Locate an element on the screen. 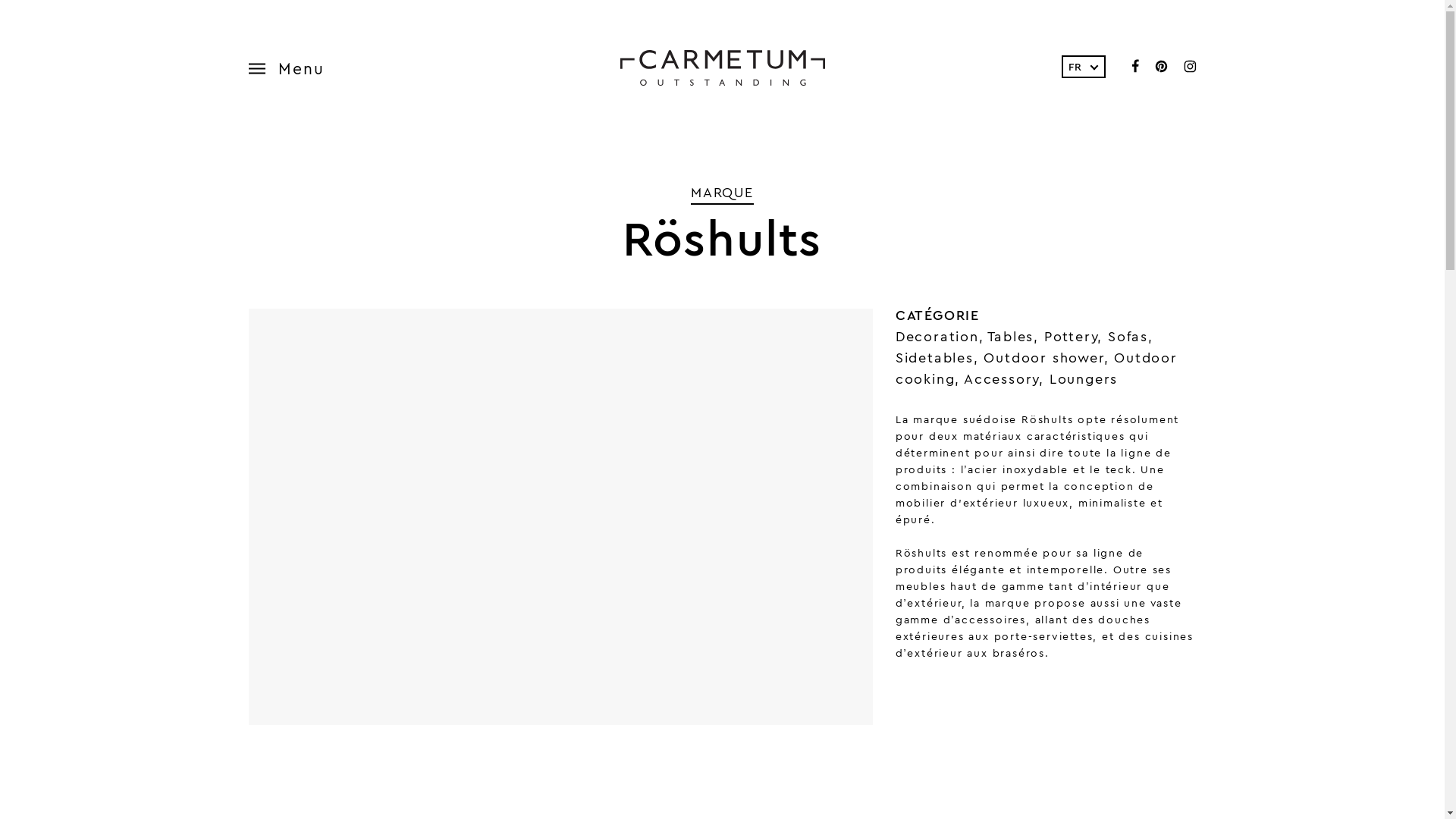 The height and width of the screenshot is (819, 1456). 'Menu' is located at coordinates (248, 67).